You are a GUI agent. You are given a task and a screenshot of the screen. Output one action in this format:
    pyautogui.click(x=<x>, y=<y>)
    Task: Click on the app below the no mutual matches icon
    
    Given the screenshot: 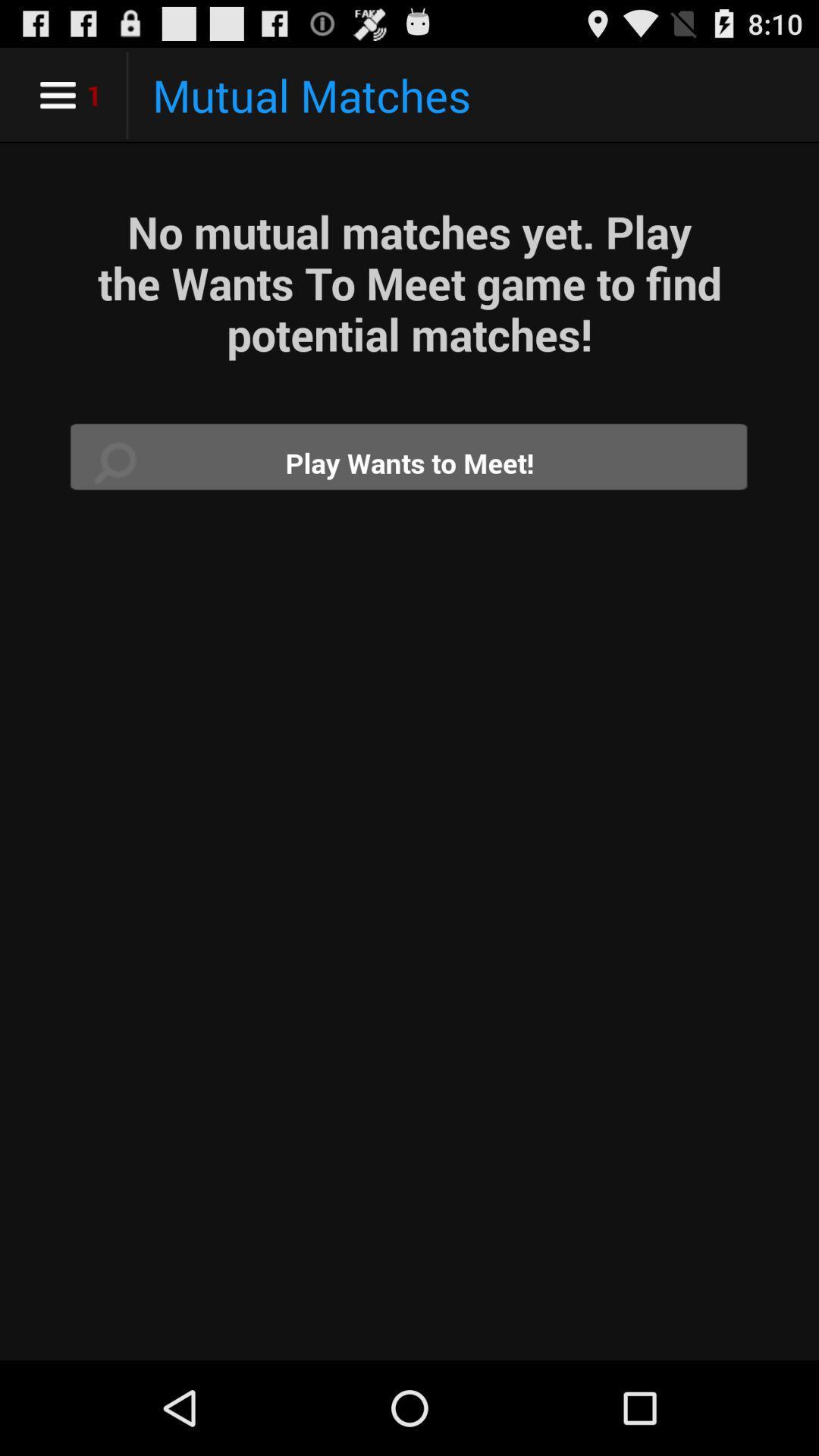 What is the action you would take?
    pyautogui.click(x=409, y=462)
    